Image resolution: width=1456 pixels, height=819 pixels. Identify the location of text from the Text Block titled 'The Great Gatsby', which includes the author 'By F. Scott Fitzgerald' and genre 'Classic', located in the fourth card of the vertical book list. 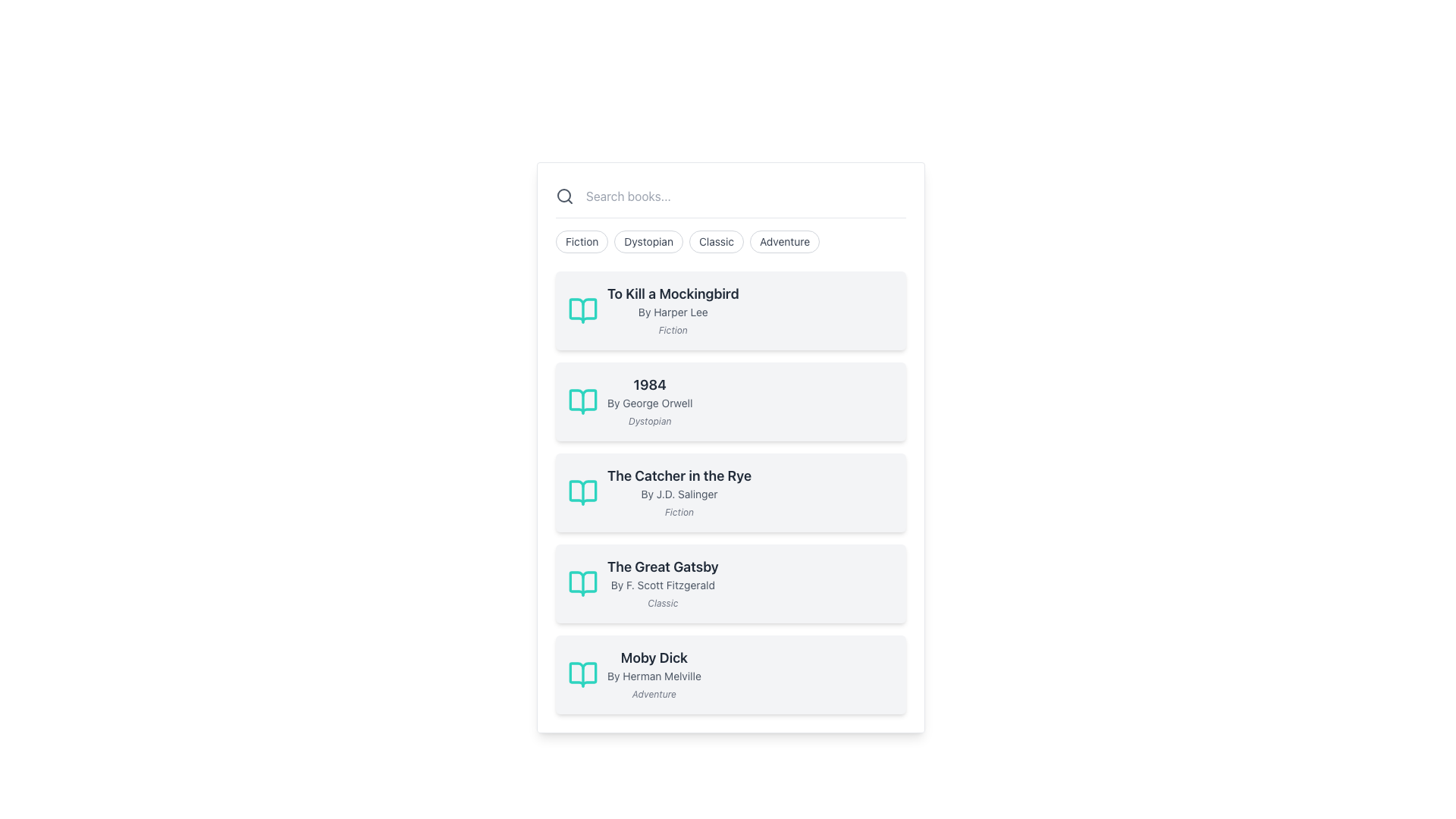
(663, 583).